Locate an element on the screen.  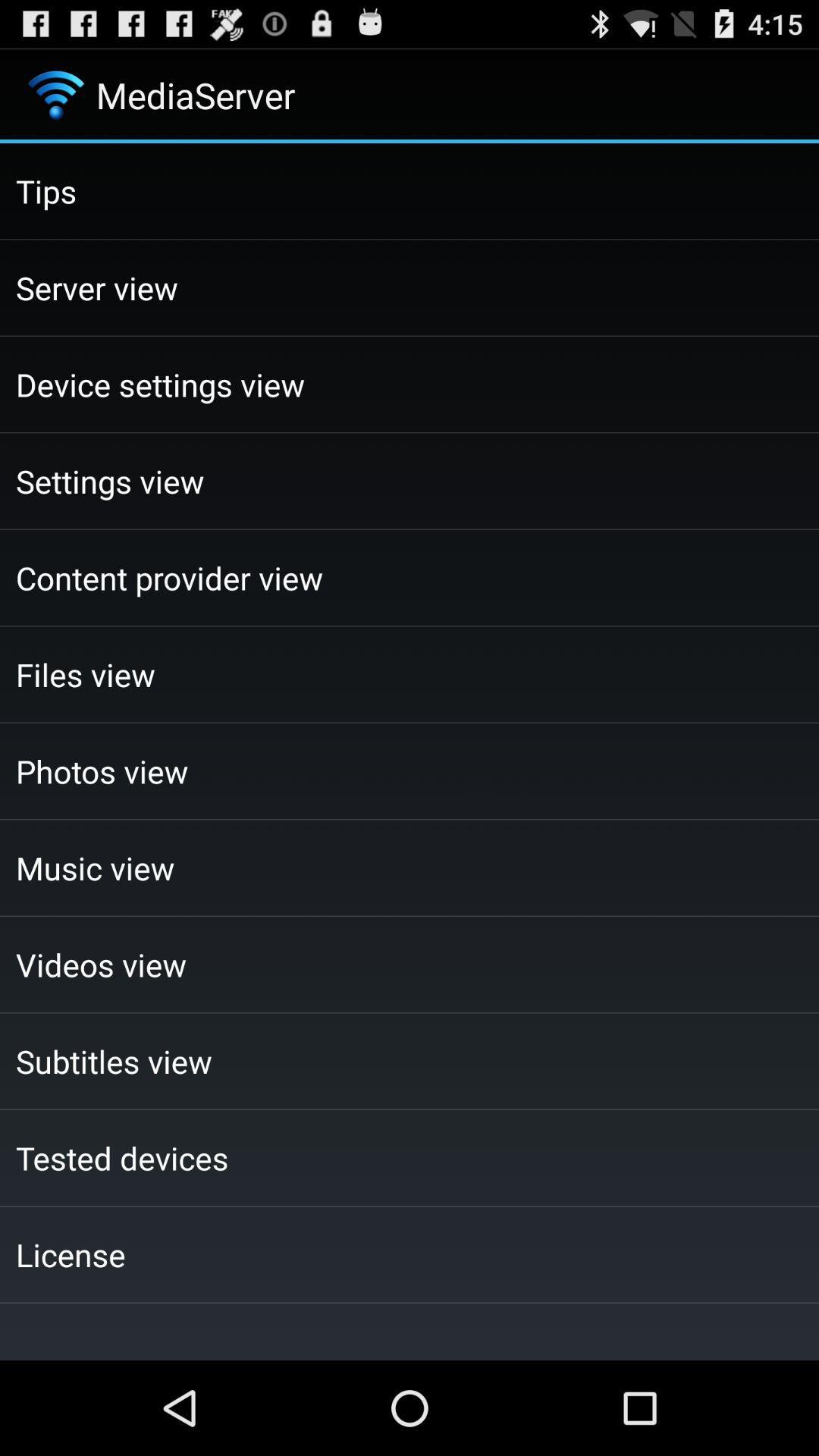
the checkbox above the subtitles view checkbox is located at coordinates (409, 964).